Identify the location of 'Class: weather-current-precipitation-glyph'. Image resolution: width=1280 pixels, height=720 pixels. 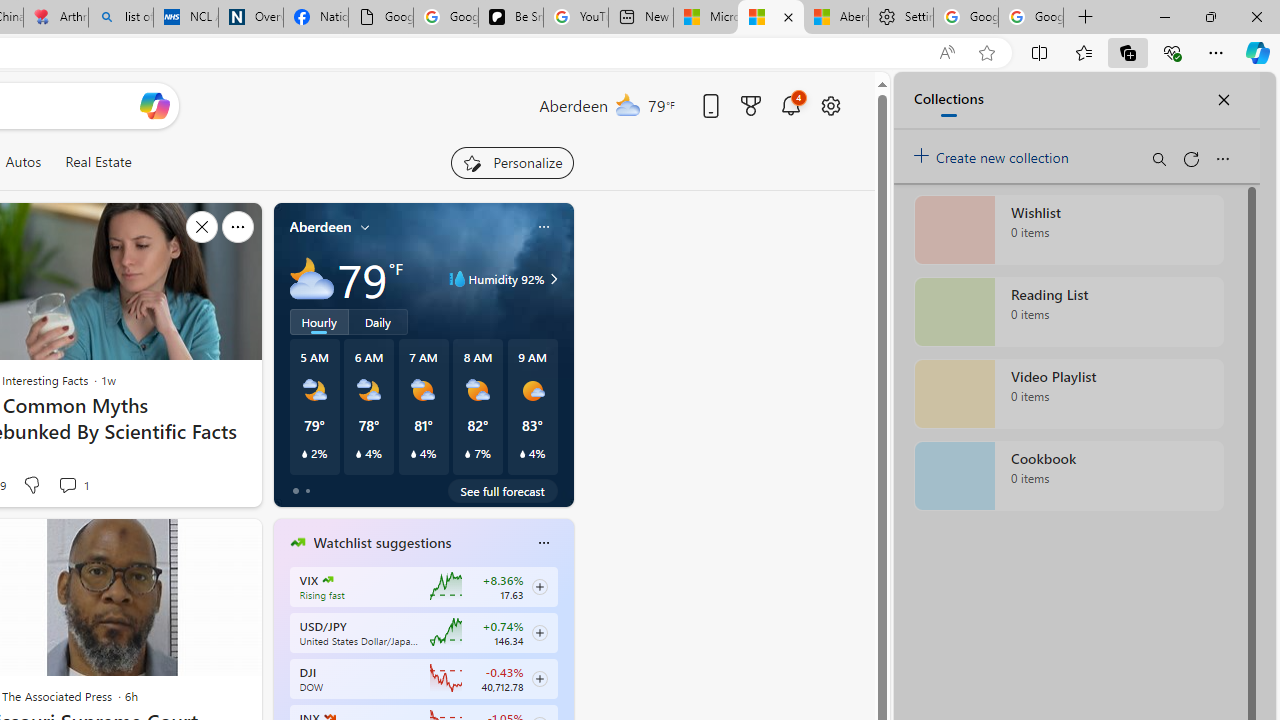
(522, 453).